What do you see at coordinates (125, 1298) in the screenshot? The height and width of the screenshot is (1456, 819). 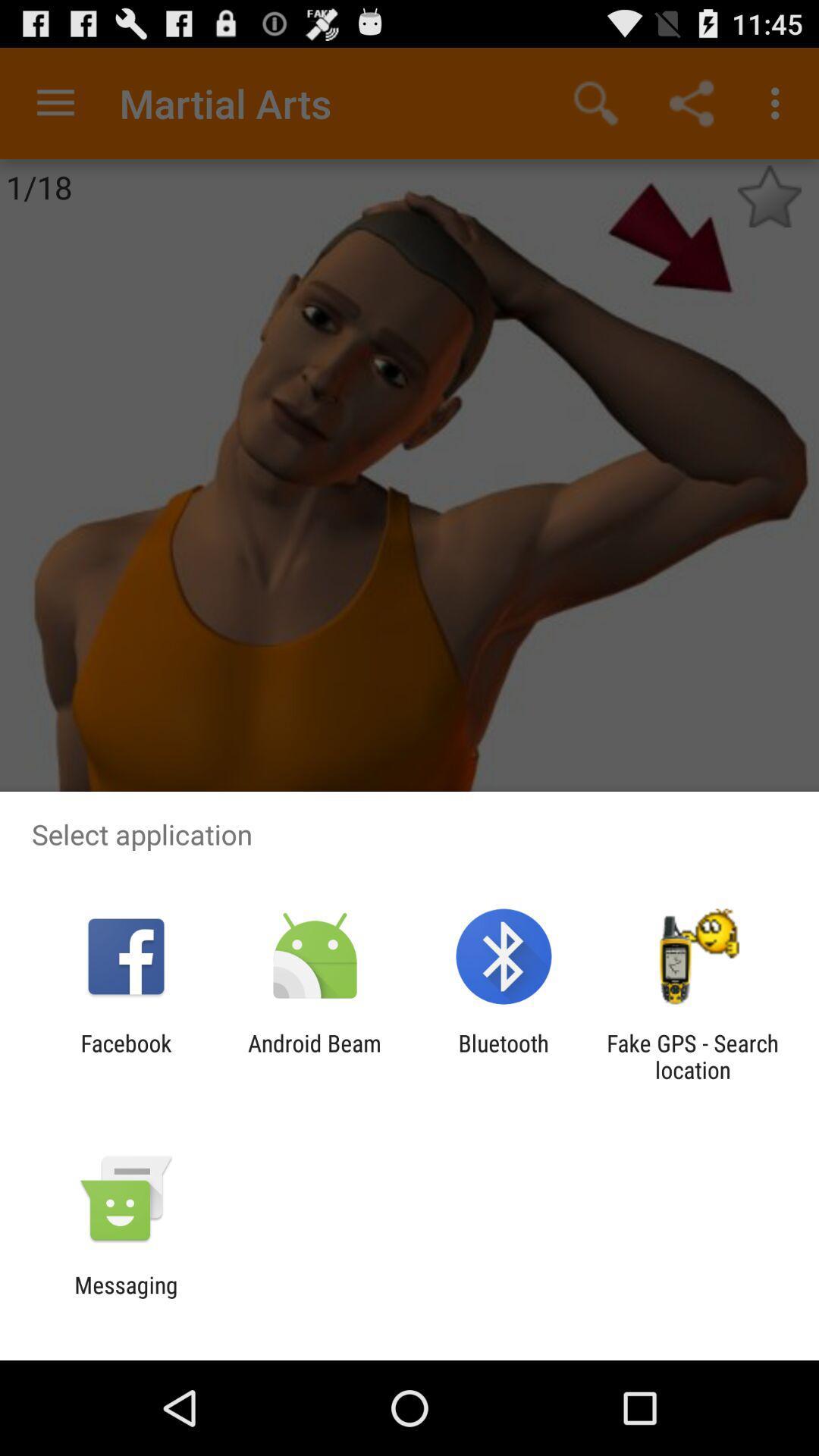 I see `messaging` at bounding box center [125, 1298].